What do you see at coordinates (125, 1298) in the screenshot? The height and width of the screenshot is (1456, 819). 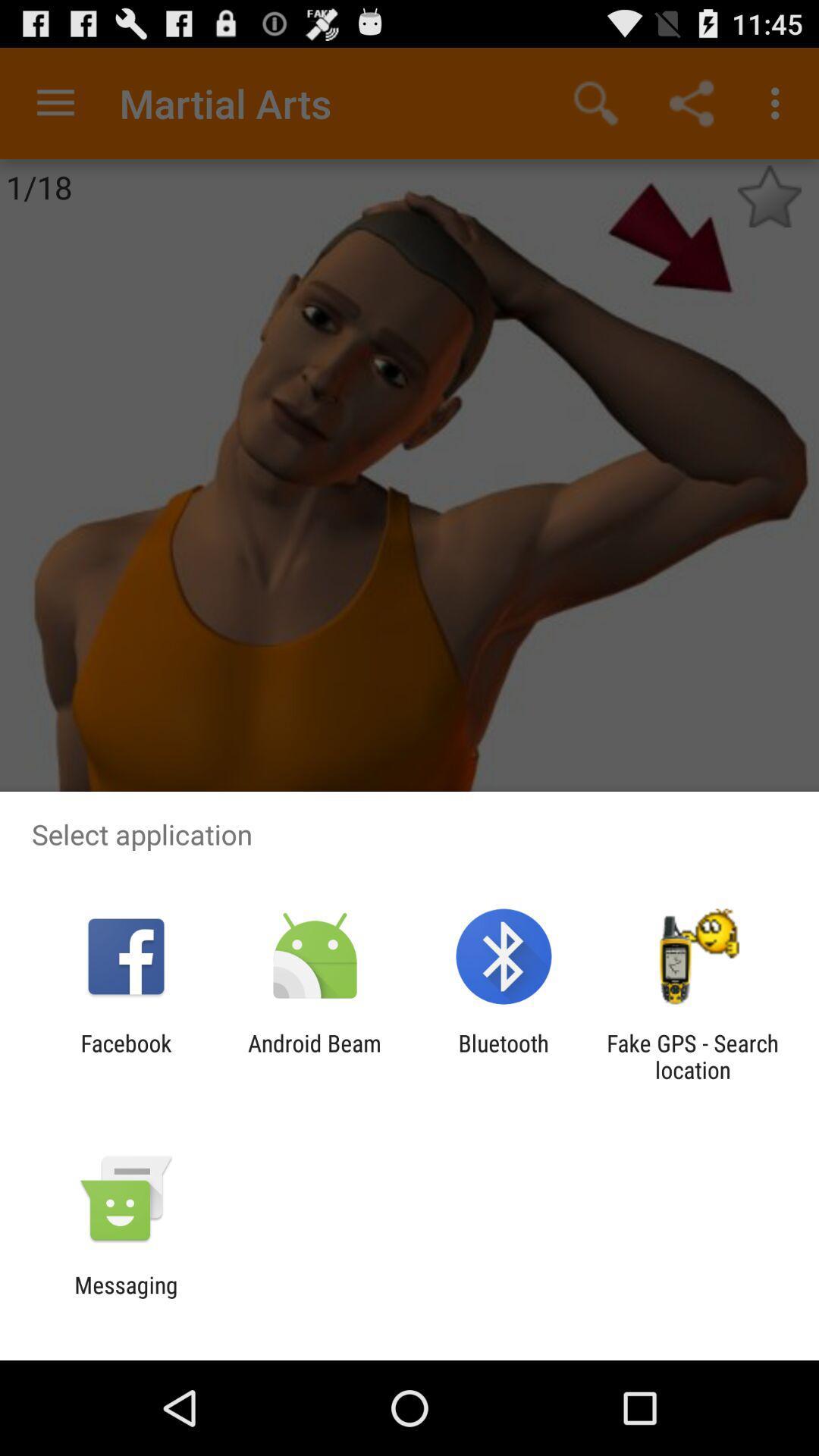 I see `messaging` at bounding box center [125, 1298].